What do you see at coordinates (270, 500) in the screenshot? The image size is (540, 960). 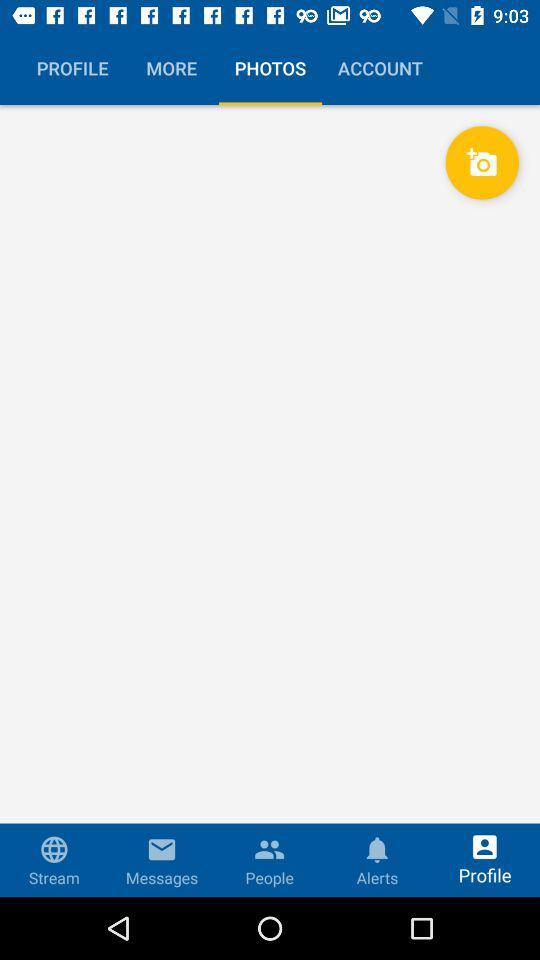 I see `the icon at the center` at bounding box center [270, 500].